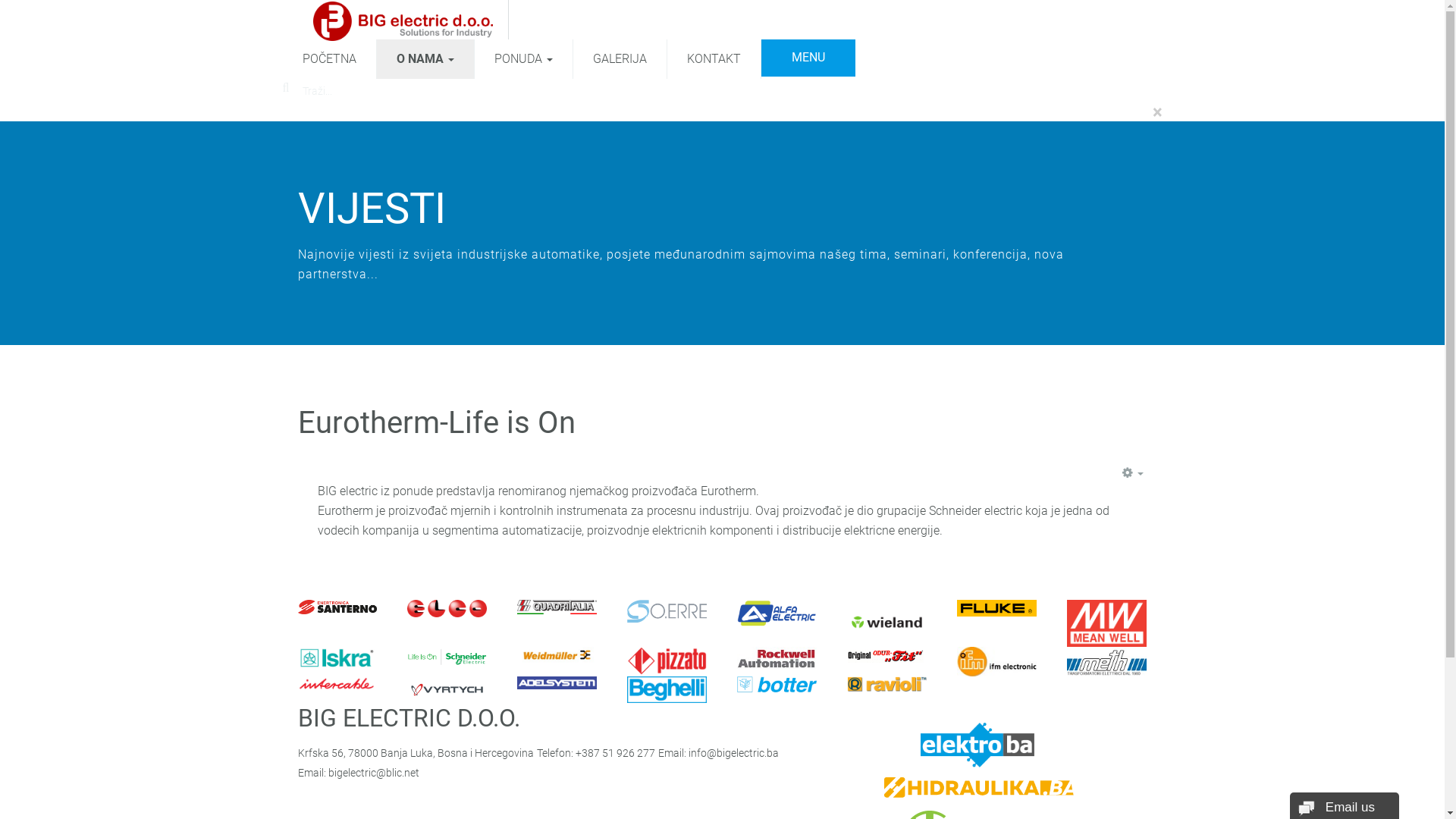 This screenshot has width=1456, height=819. I want to click on 'O NAMA', so click(425, 58).